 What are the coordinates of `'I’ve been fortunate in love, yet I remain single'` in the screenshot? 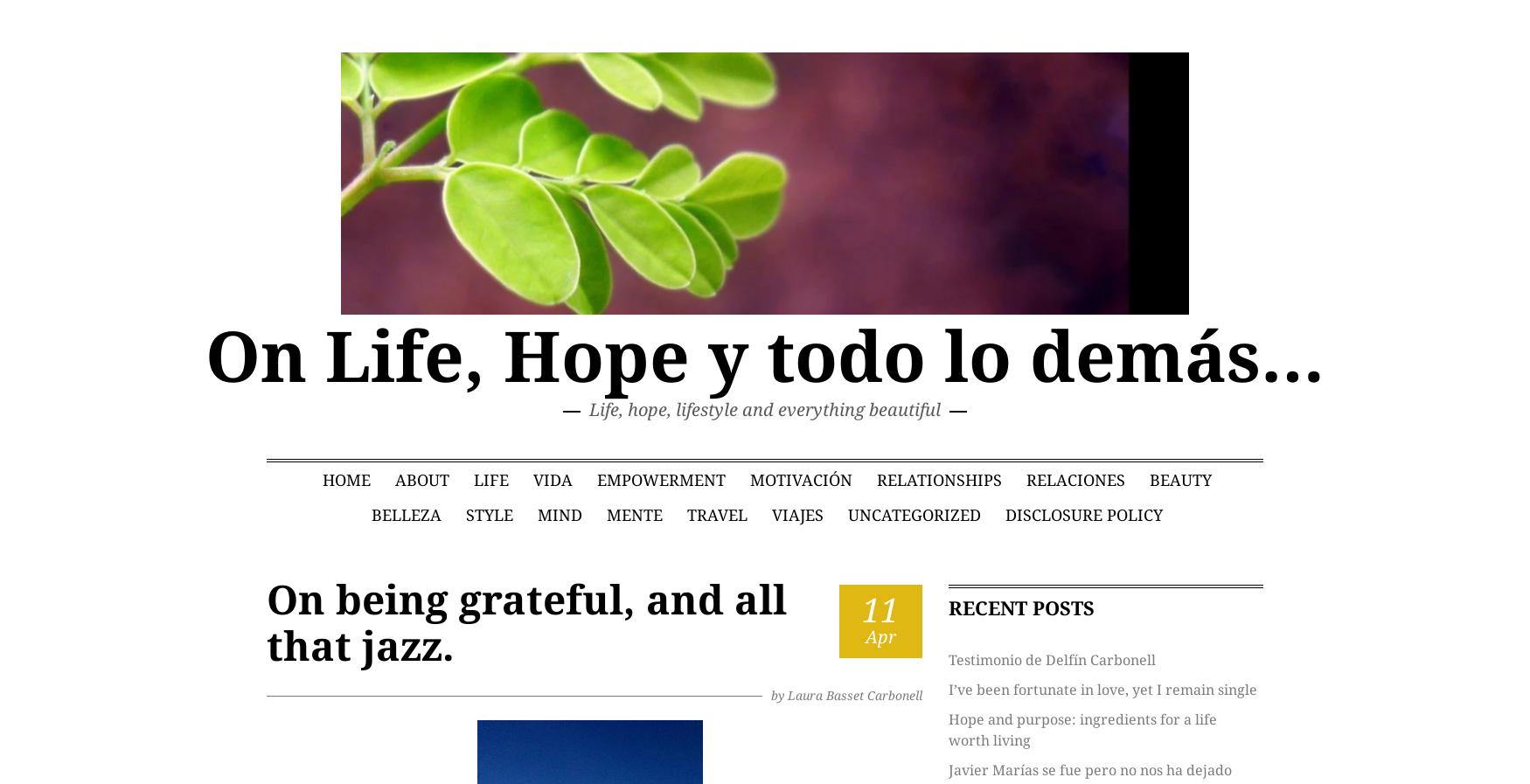 It's located at (1102, 690).